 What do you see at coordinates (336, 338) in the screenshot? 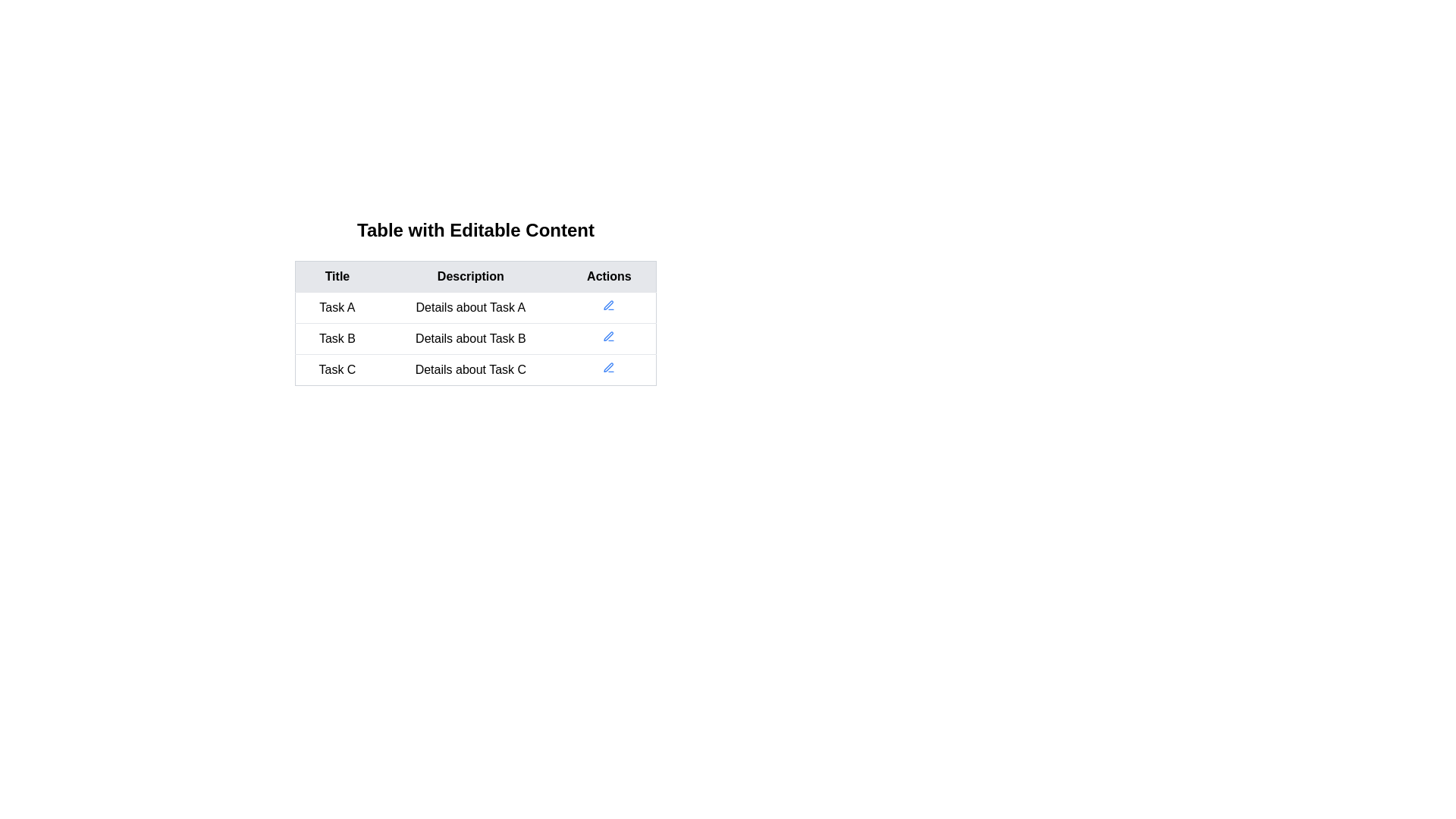
I see `the text label displaying 'Task B', which is the second row under the 'Title' heading in the table view` at bounding box center [336, 338].